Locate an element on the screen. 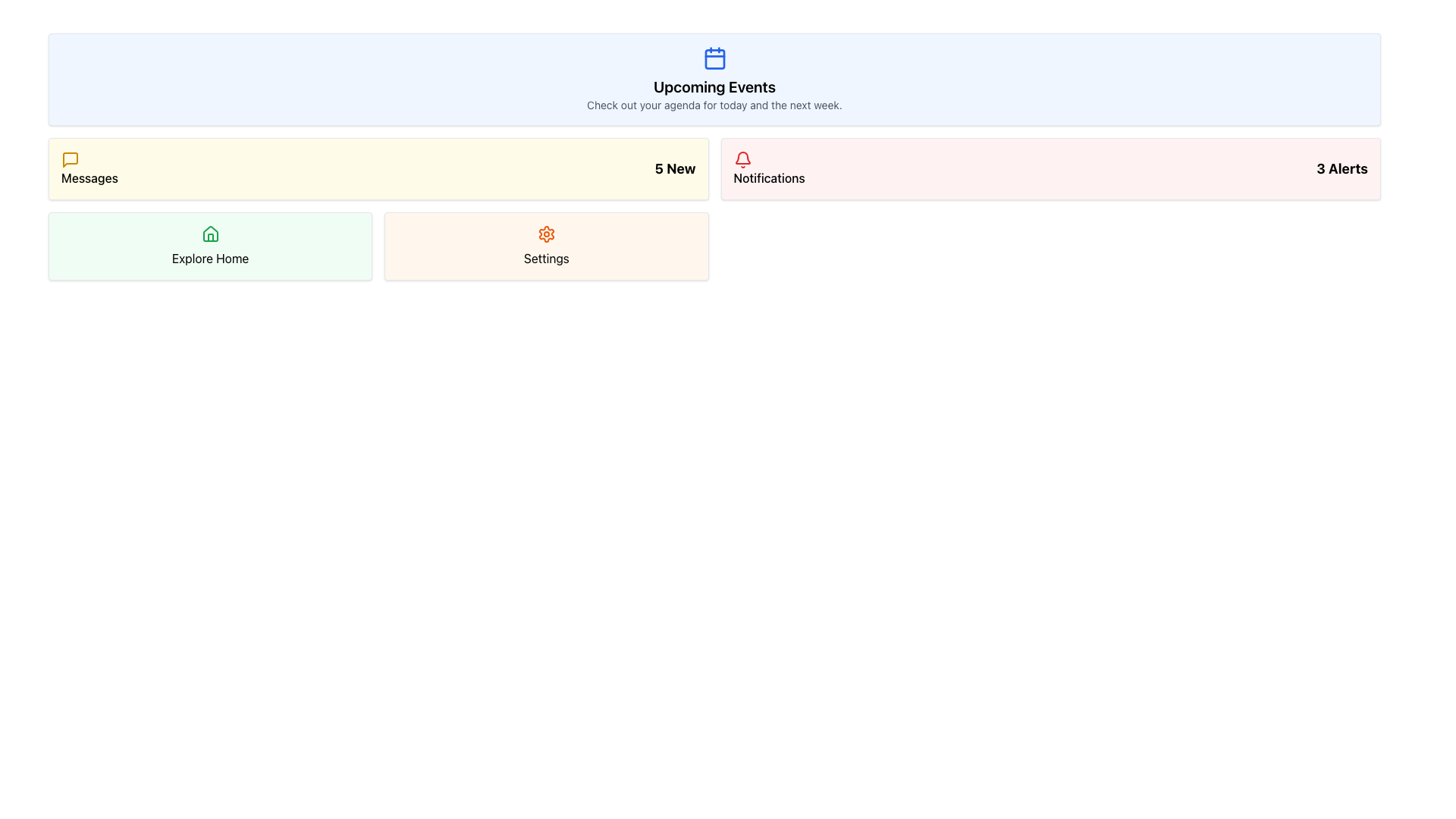  the decorative icon representing the 'Upcoming Events' section, which is centered in a light blue box labeled 'Upcoming Events' is located at coordinates (714, 58).